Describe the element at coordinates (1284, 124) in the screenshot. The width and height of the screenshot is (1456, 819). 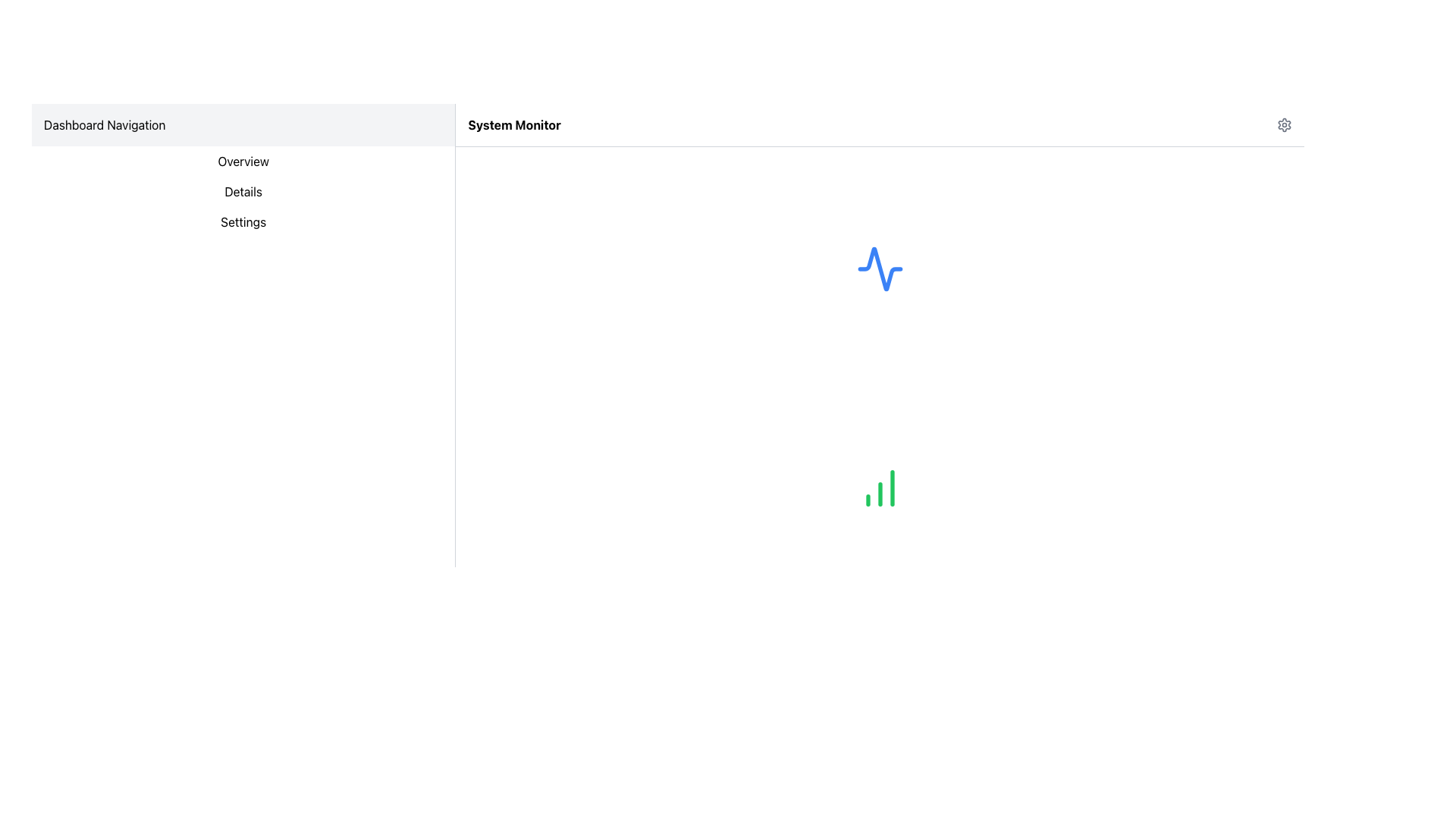
I see `the small gray gear icon located at the far right side of the horizontal toolbar, adjacent to the 'System Monitor' title` at that location.